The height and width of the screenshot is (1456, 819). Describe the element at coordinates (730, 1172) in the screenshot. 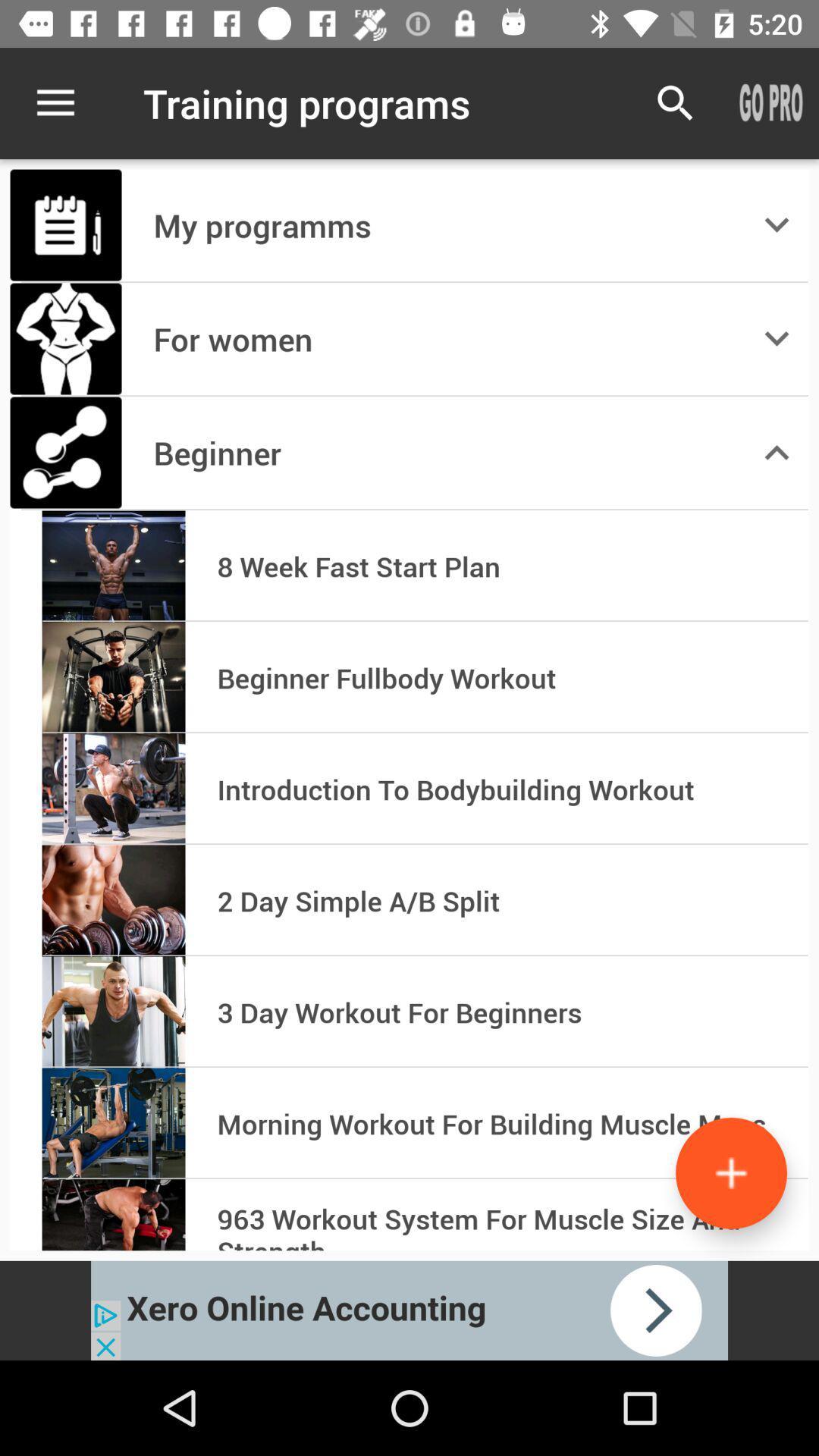

I see `addition the option` at that location.